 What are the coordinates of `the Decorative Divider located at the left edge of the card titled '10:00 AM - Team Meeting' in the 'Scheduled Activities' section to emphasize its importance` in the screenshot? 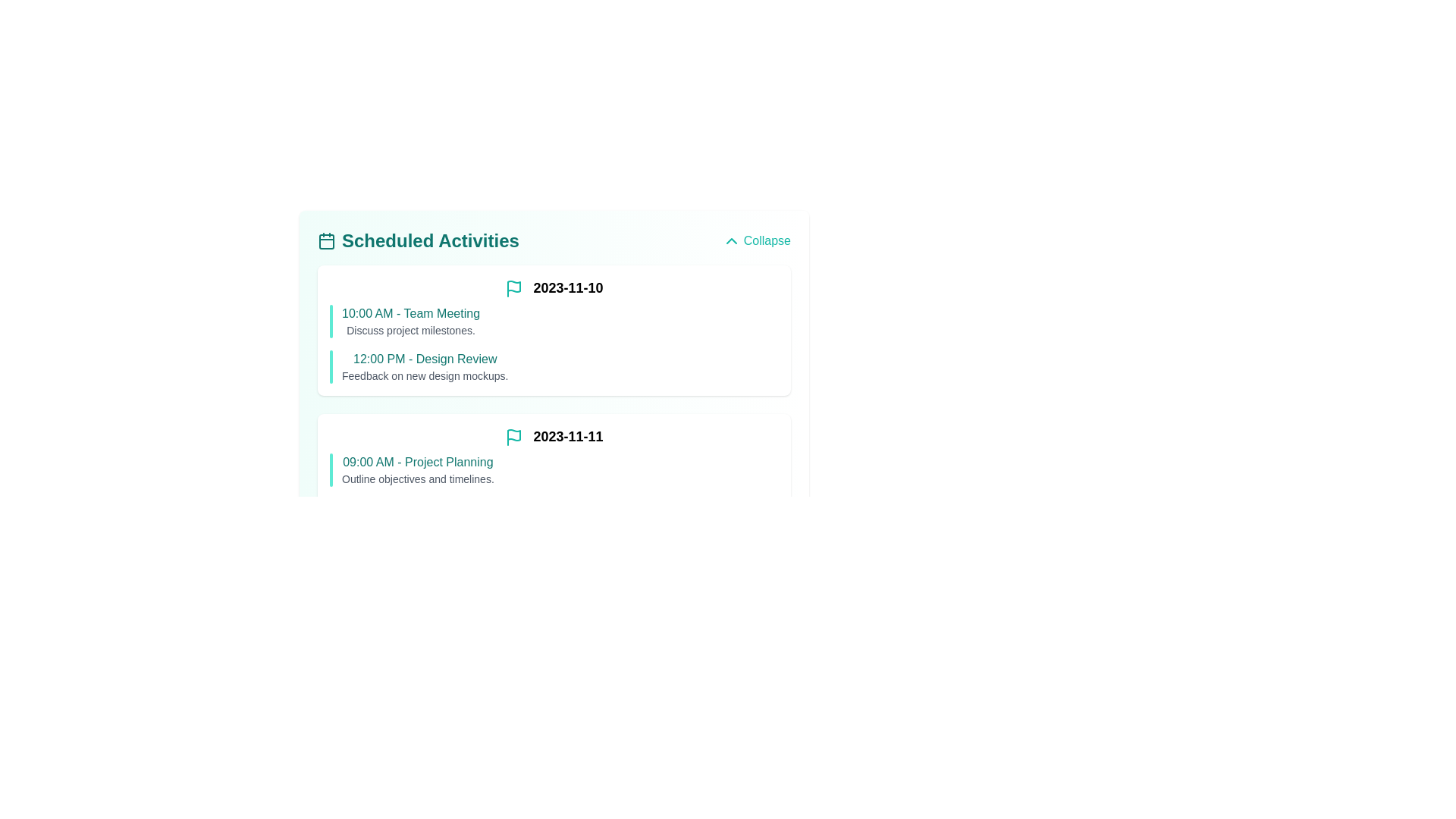 It's located at (330, 321).